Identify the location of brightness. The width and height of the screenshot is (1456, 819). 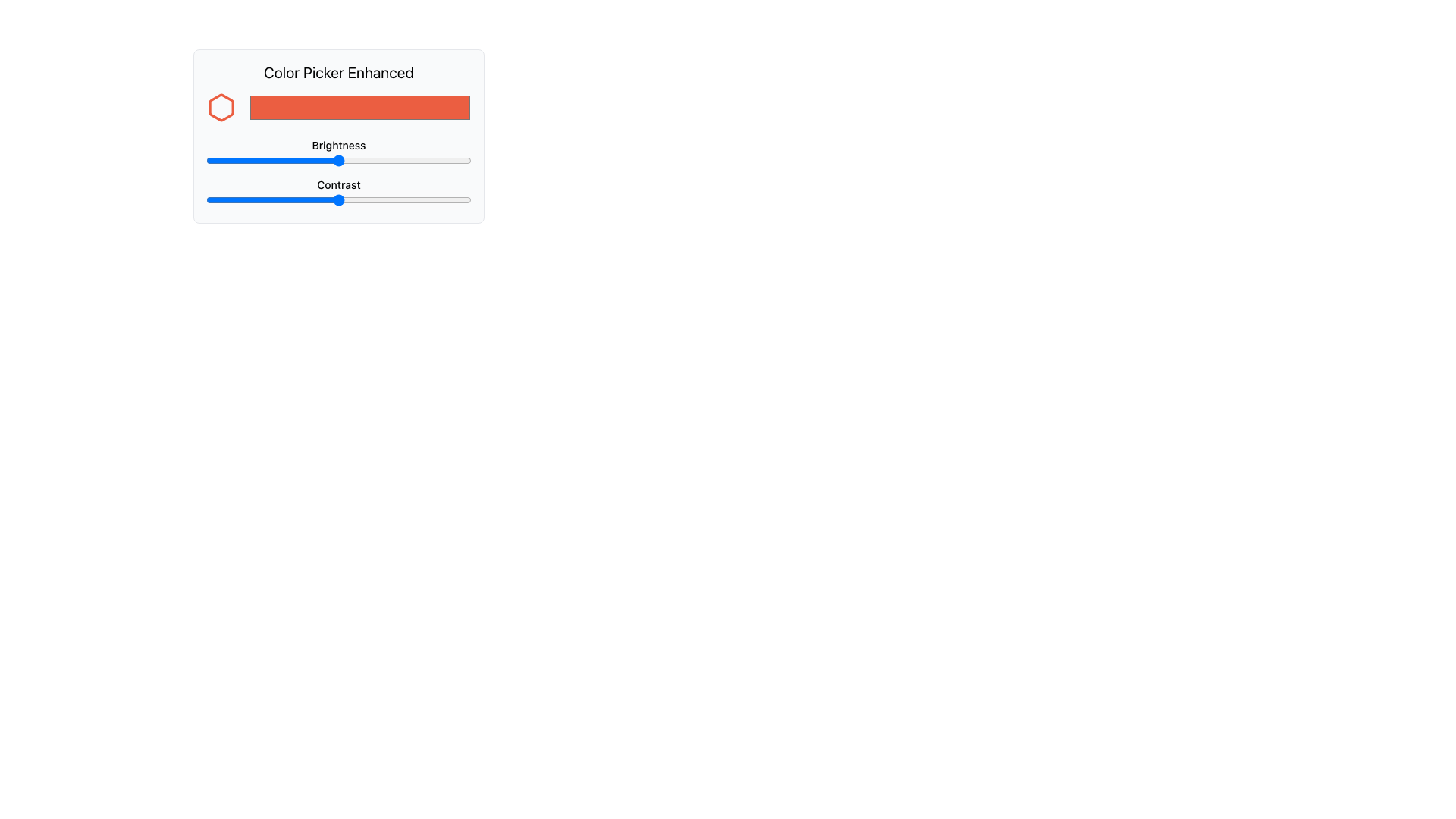
(237, 161).